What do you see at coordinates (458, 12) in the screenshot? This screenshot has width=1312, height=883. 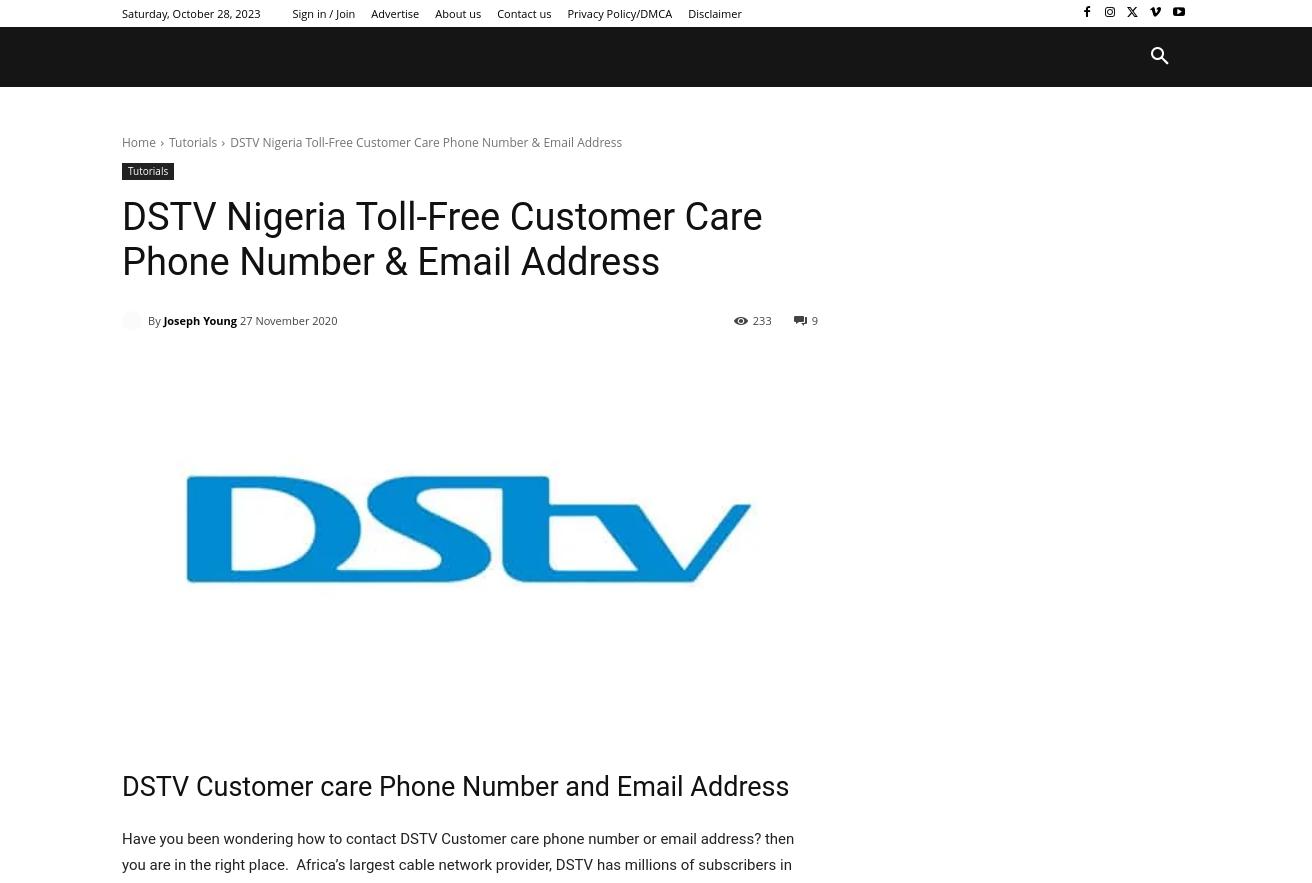 I see `'About us'` at bounding box center [458, 12].